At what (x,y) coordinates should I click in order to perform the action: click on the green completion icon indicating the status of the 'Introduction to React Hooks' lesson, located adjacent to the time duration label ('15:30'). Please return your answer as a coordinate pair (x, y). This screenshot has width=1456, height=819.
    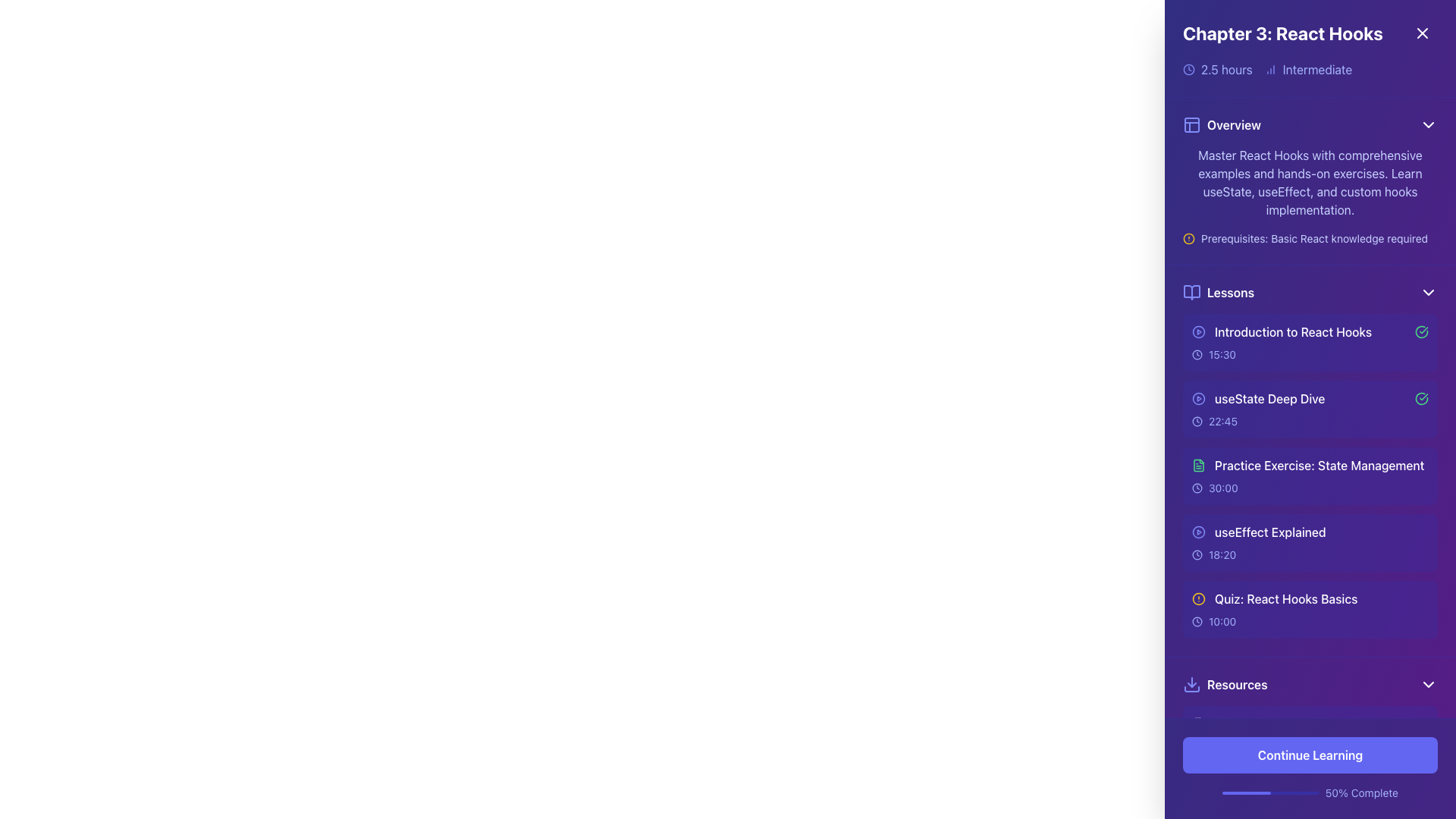
    Looking at the image, I should click on (1421, 331).